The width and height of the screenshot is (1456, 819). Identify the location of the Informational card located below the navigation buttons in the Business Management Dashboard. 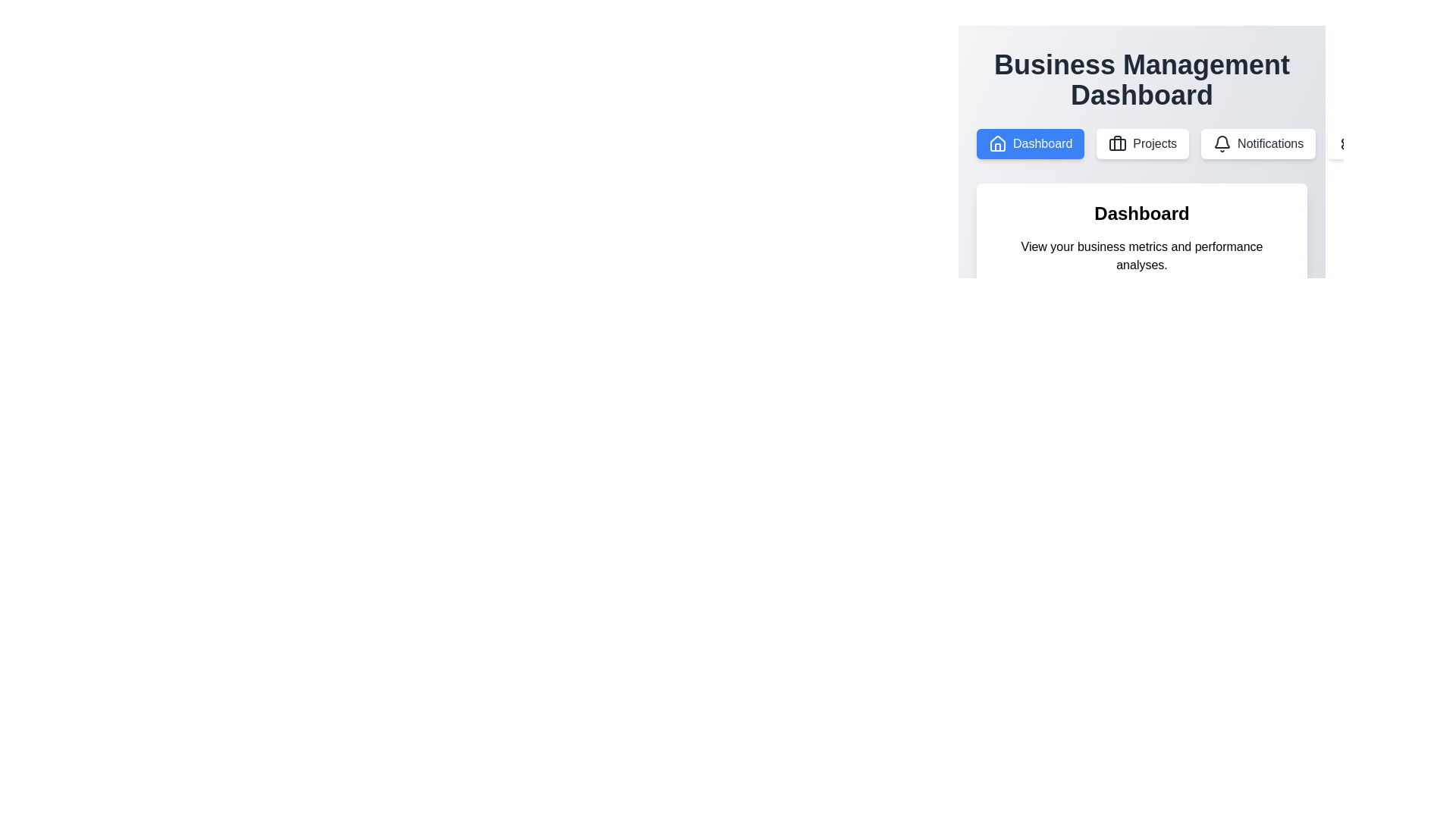
(1142, 237).